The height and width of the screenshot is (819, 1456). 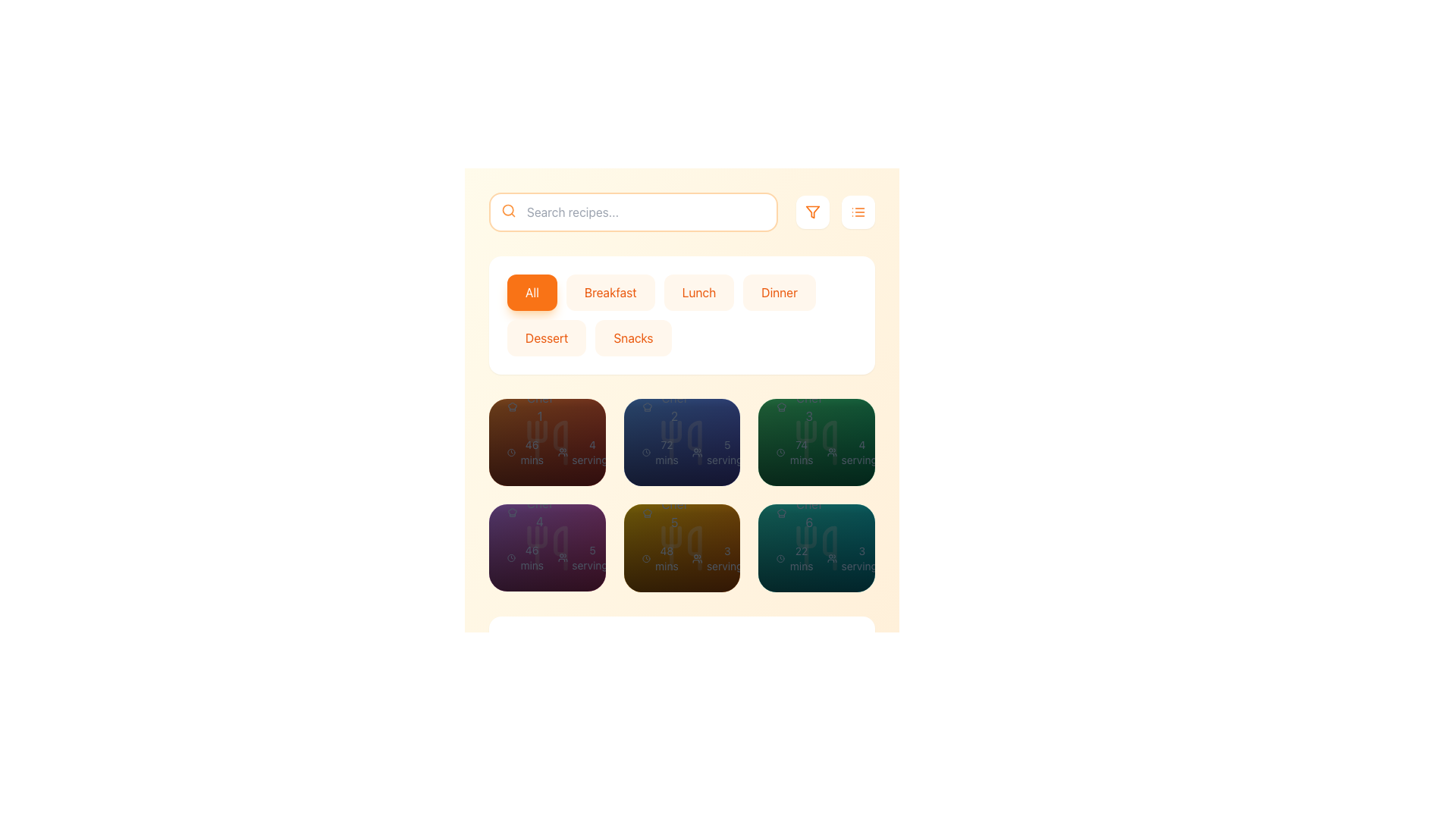 What do you see at coordinates (508, 210) in the screenshot?
I see `the SVG Circle of the search icon located` at bounding box center [508, 210].